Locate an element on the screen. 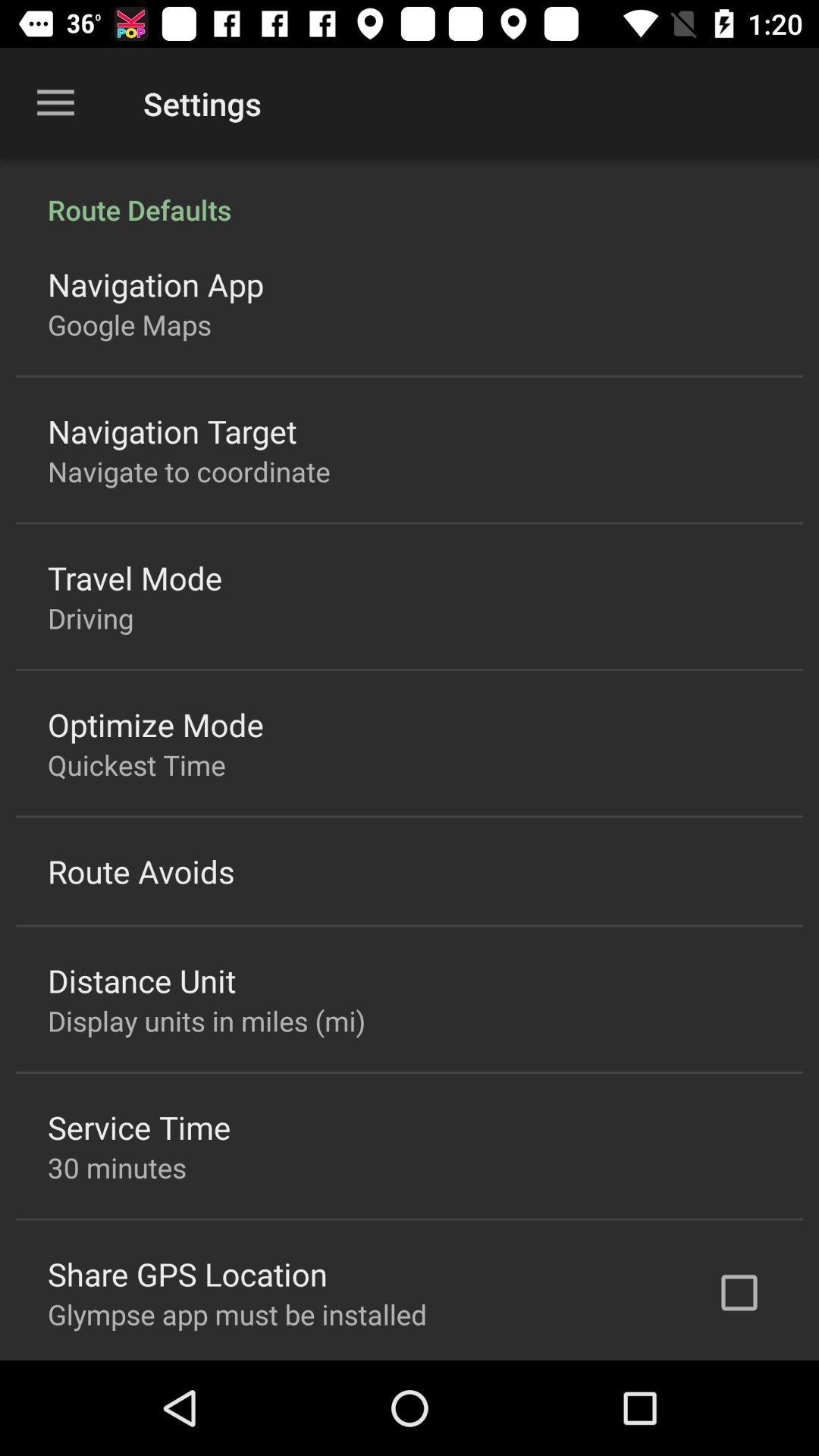 This screenshot has height=1456, width=819. icon to the left of settings icon is located at coordinates (55, 102).